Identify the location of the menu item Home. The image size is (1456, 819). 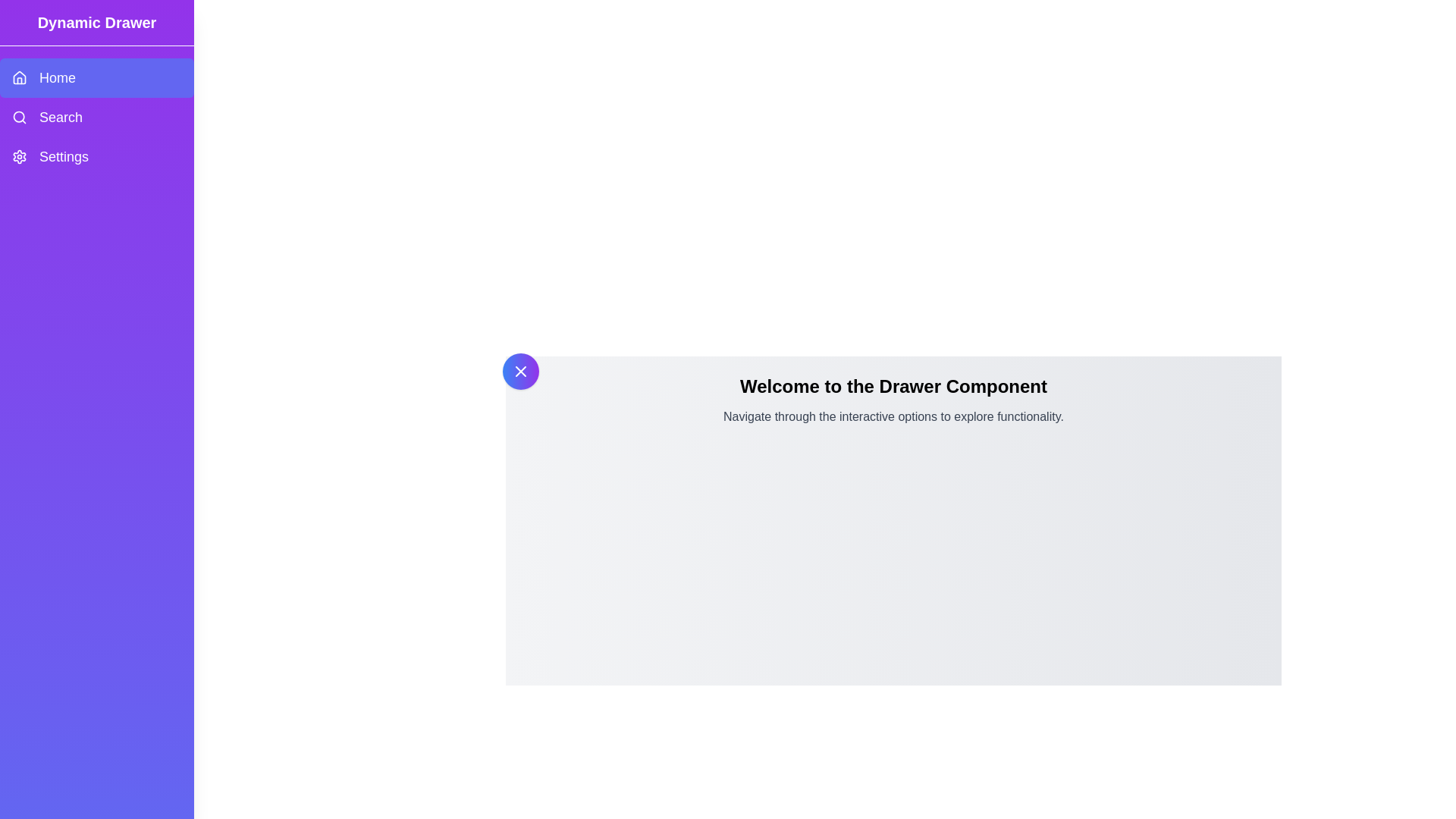
(96, 78).